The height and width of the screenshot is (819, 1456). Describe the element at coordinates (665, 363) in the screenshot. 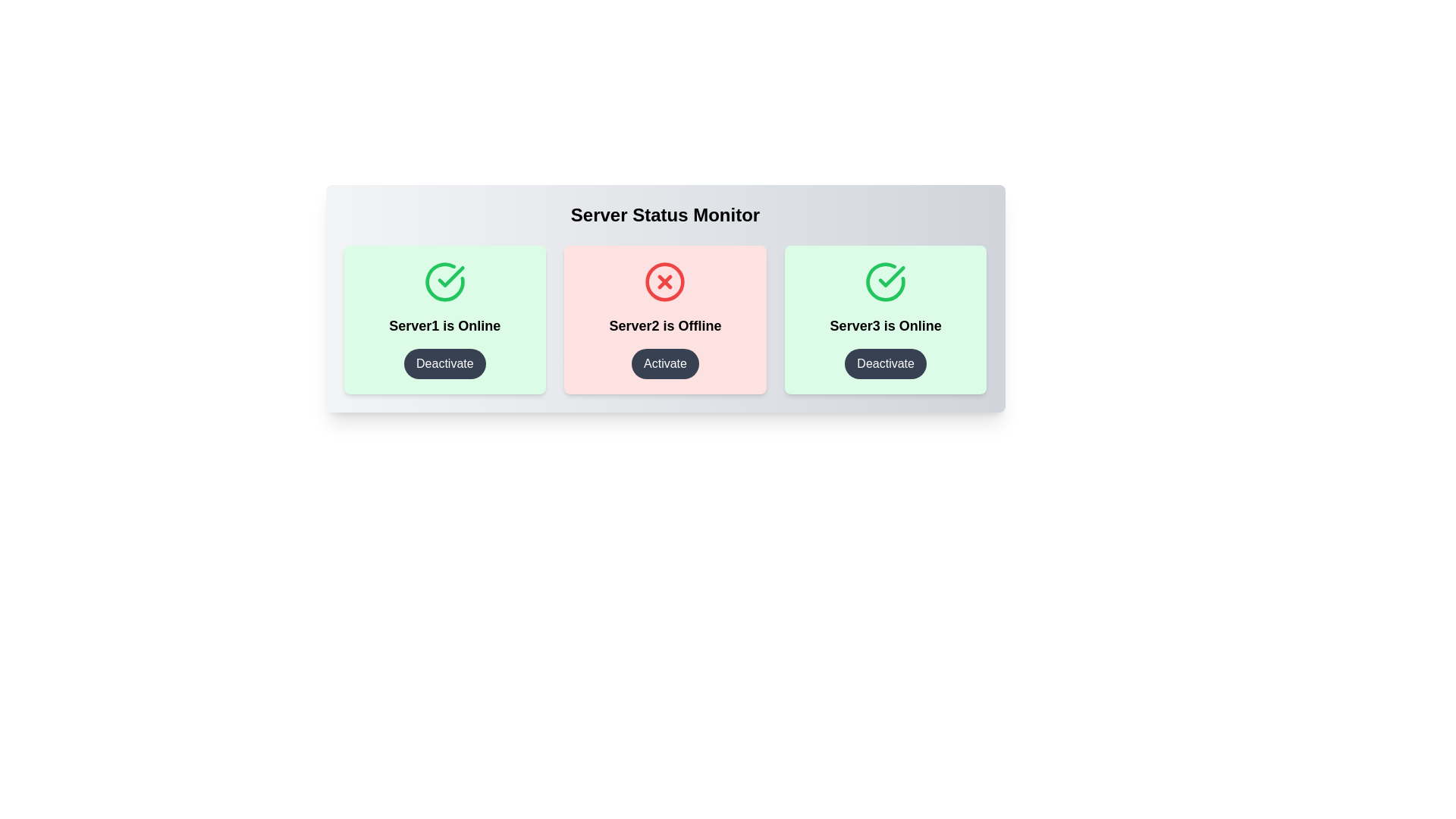

I see `the action button for Server2 to toggle its state` at that location.